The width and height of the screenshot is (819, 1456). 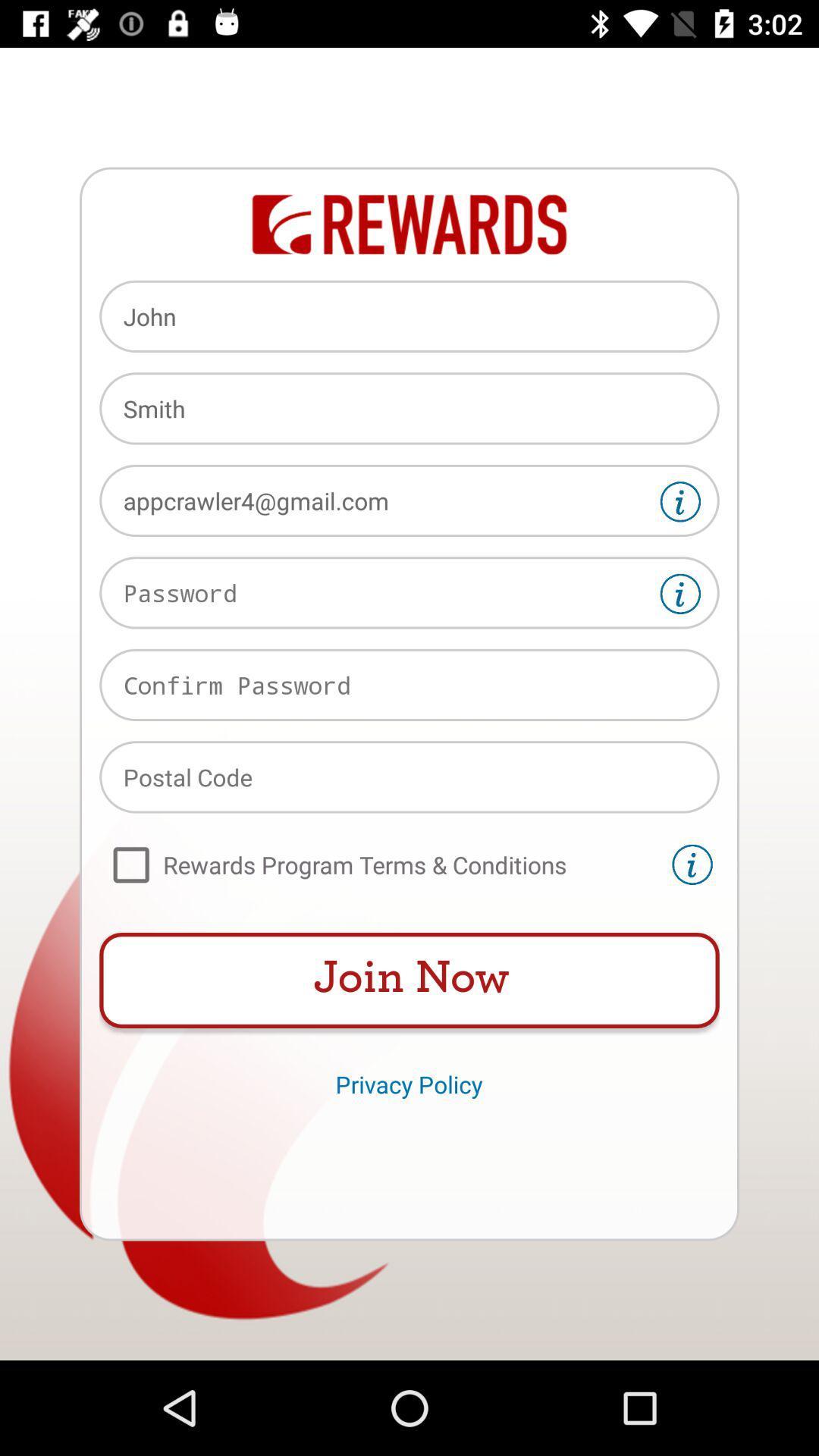 What do you see at coordinates (409, 777) in the screenshot?
I see `postal code here` at bounding box center [409, 777].